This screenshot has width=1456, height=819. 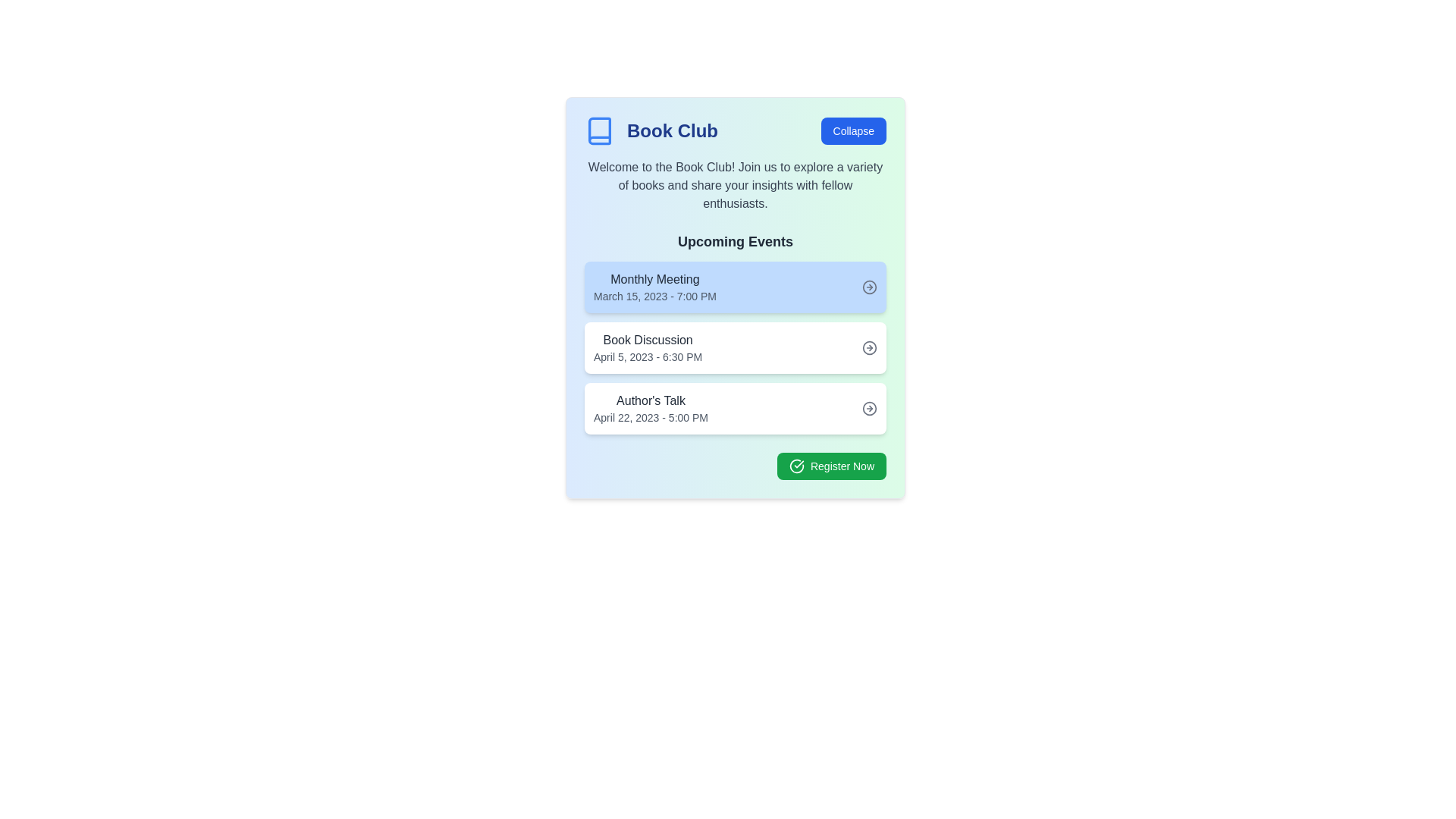 I want to click on title of the event labeled 'Monthly Meeting', which is the first title in the upcoming events section, positioned above the date and time details, so click(x=655, y=280).